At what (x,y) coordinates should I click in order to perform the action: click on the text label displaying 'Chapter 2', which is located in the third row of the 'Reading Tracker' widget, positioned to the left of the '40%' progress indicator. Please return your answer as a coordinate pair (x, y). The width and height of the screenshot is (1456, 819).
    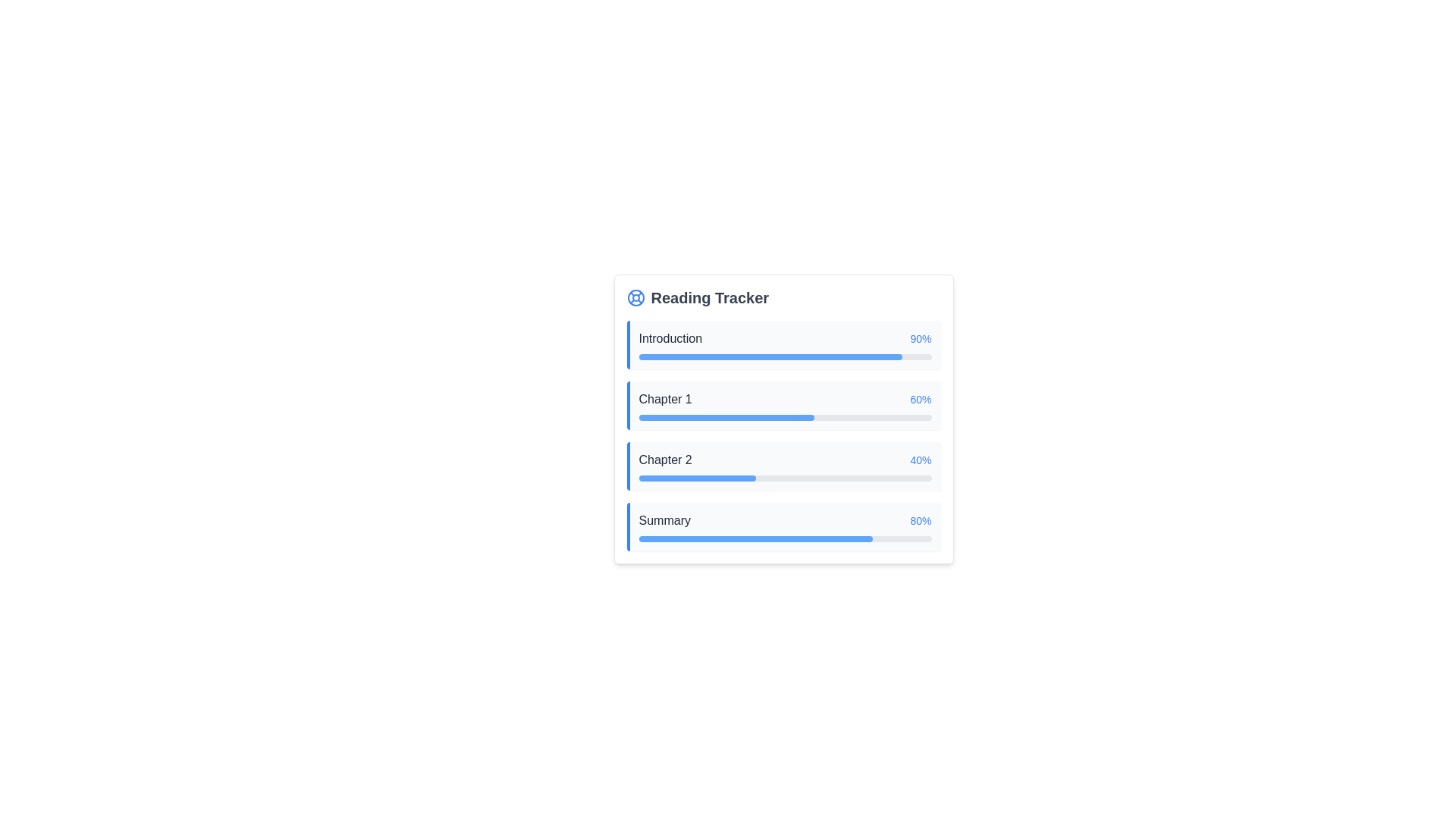
    Looking at the image, I should click on (665, 459).